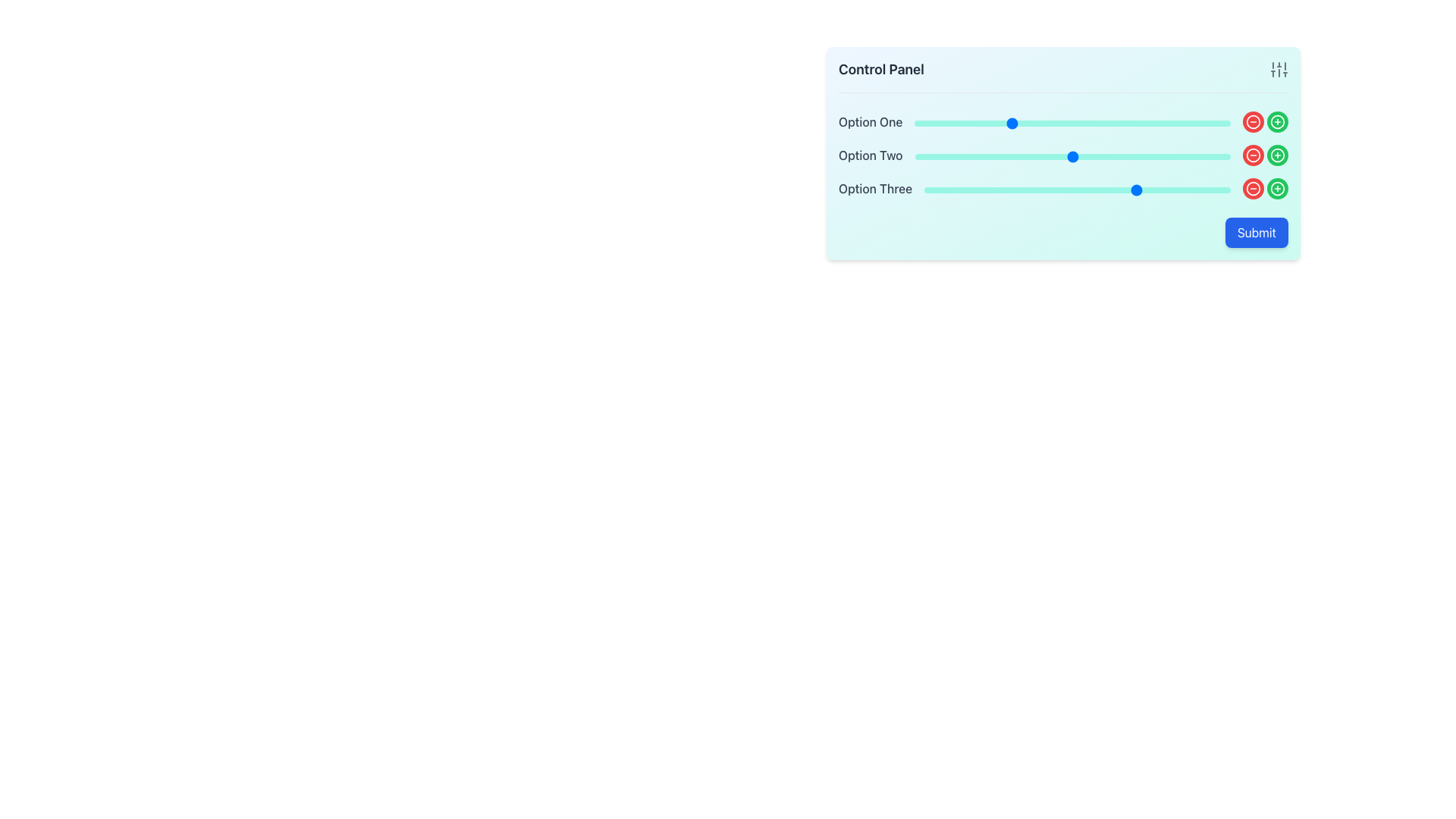 The width and height of the screenshot is (1456, 819). Describe the element at coordinates (1009, 157) in the screenshot. I see `the slider` at that location.